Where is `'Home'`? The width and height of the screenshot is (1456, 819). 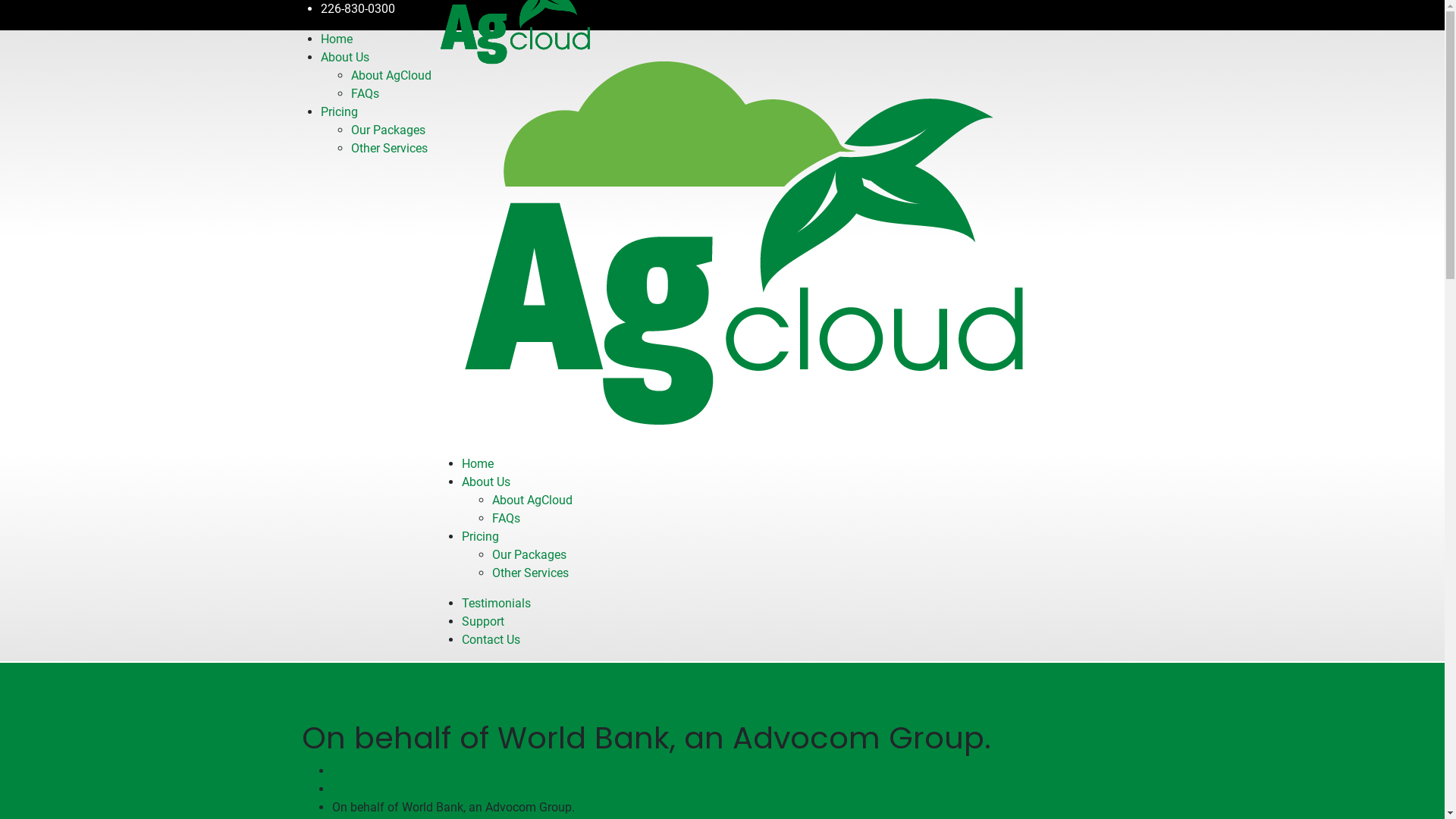
'Home' is located at coordinates (319, 38).